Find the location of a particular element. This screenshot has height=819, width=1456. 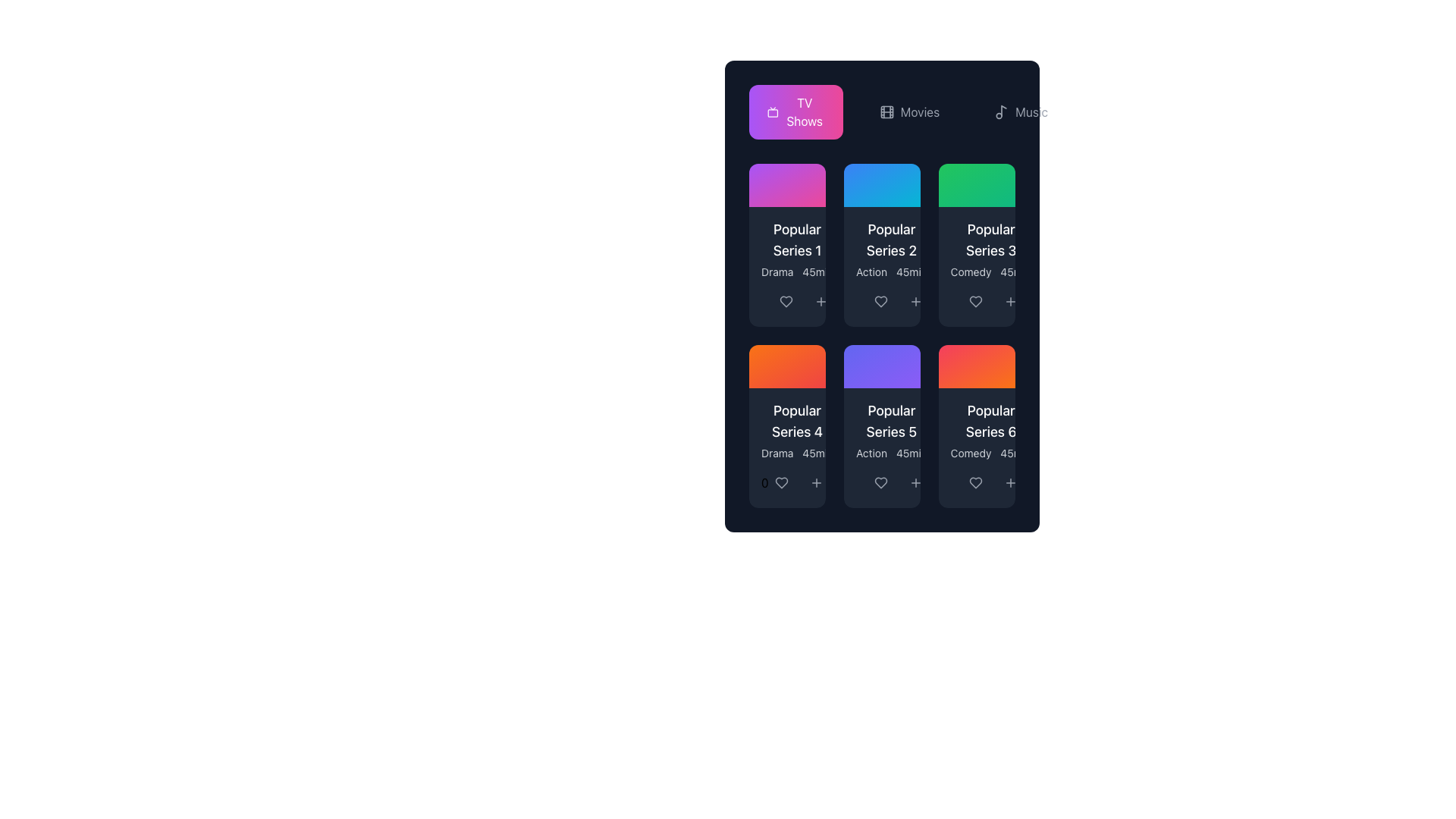

the share icon for 'Popular Series 5' is located at coordinates (851, 482).